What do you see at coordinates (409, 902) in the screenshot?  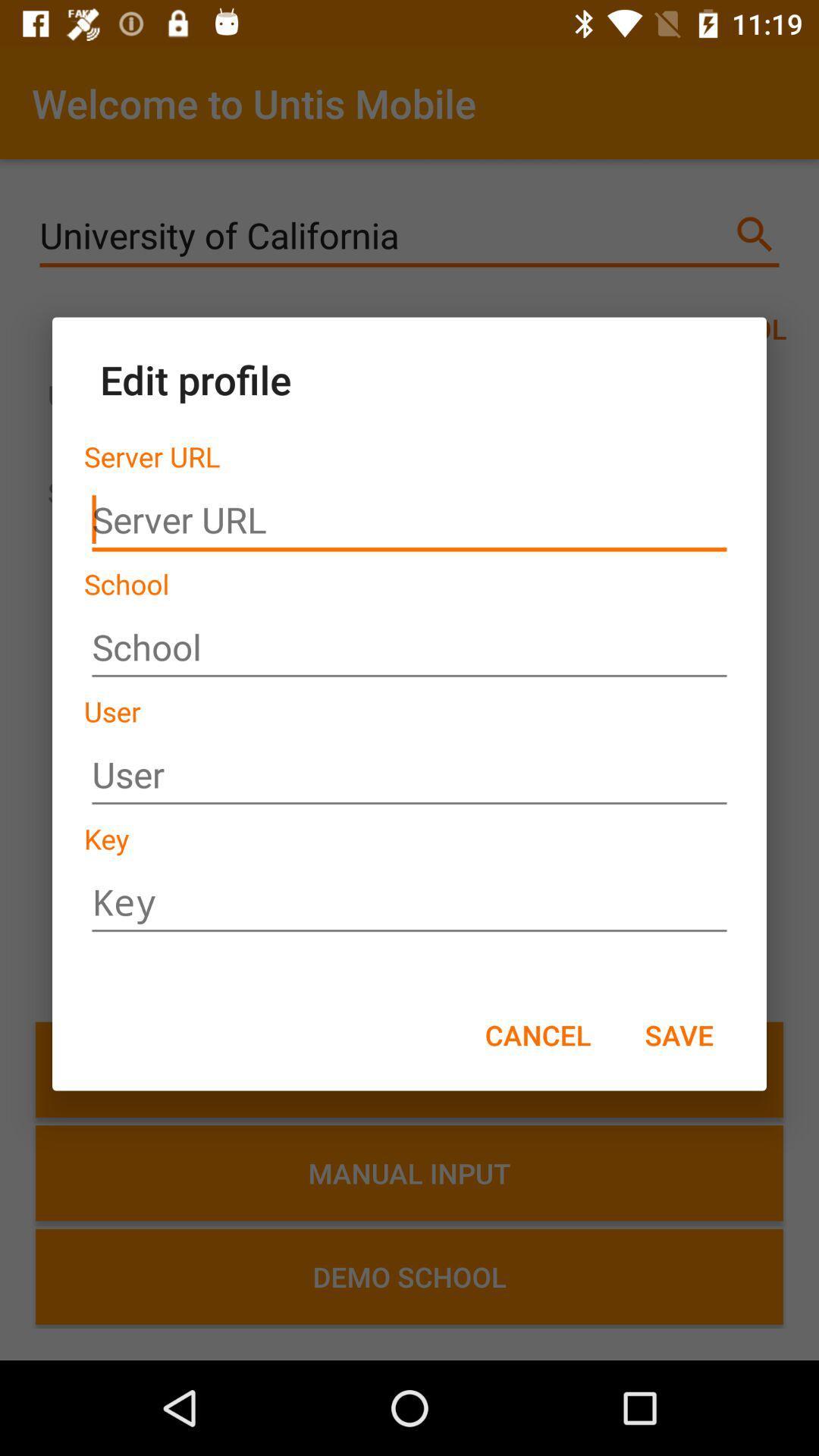 I see `key code` at bounding box center [409, 902].